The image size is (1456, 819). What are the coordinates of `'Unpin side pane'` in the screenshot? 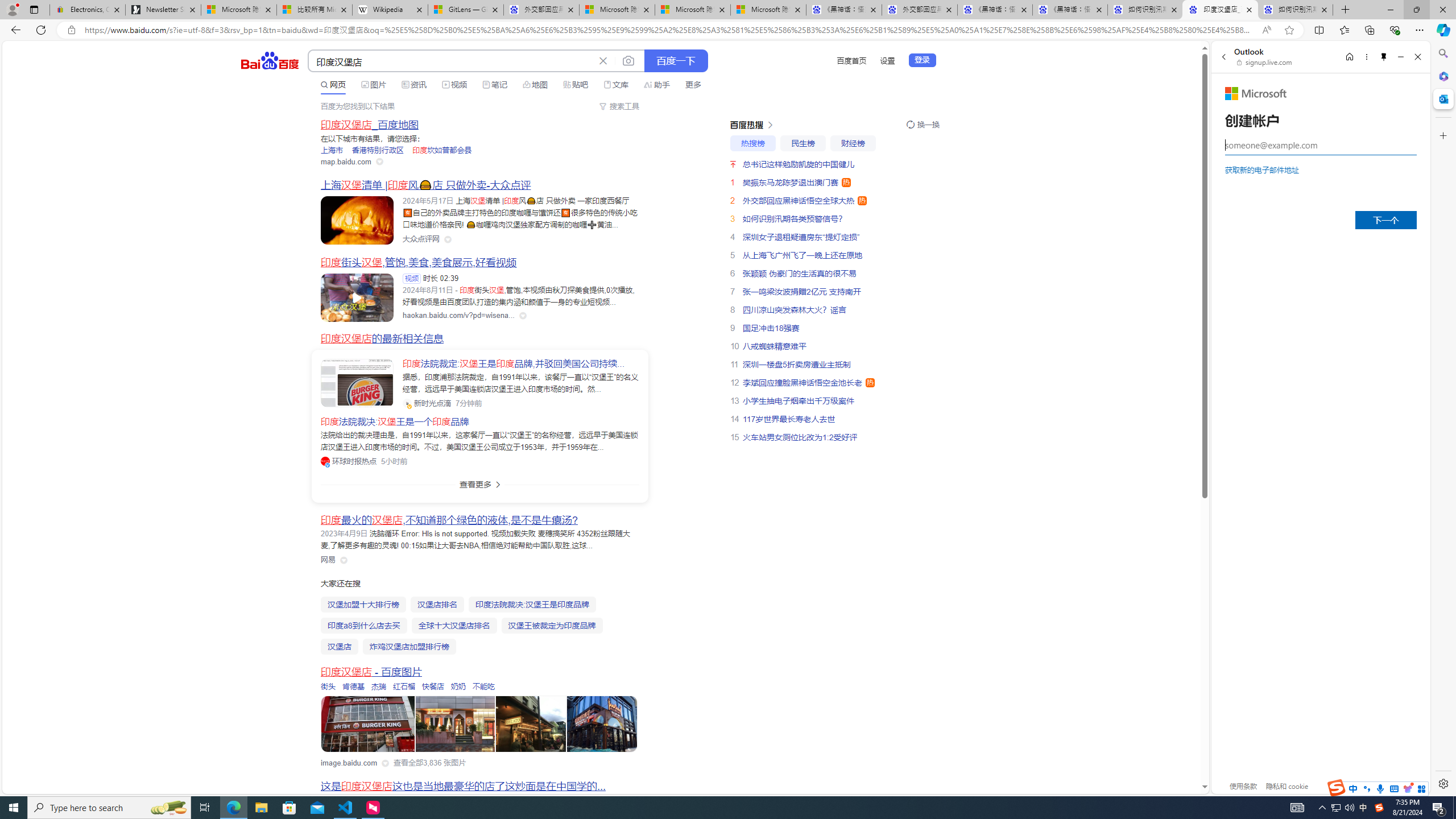 It's located at (1384, 56).